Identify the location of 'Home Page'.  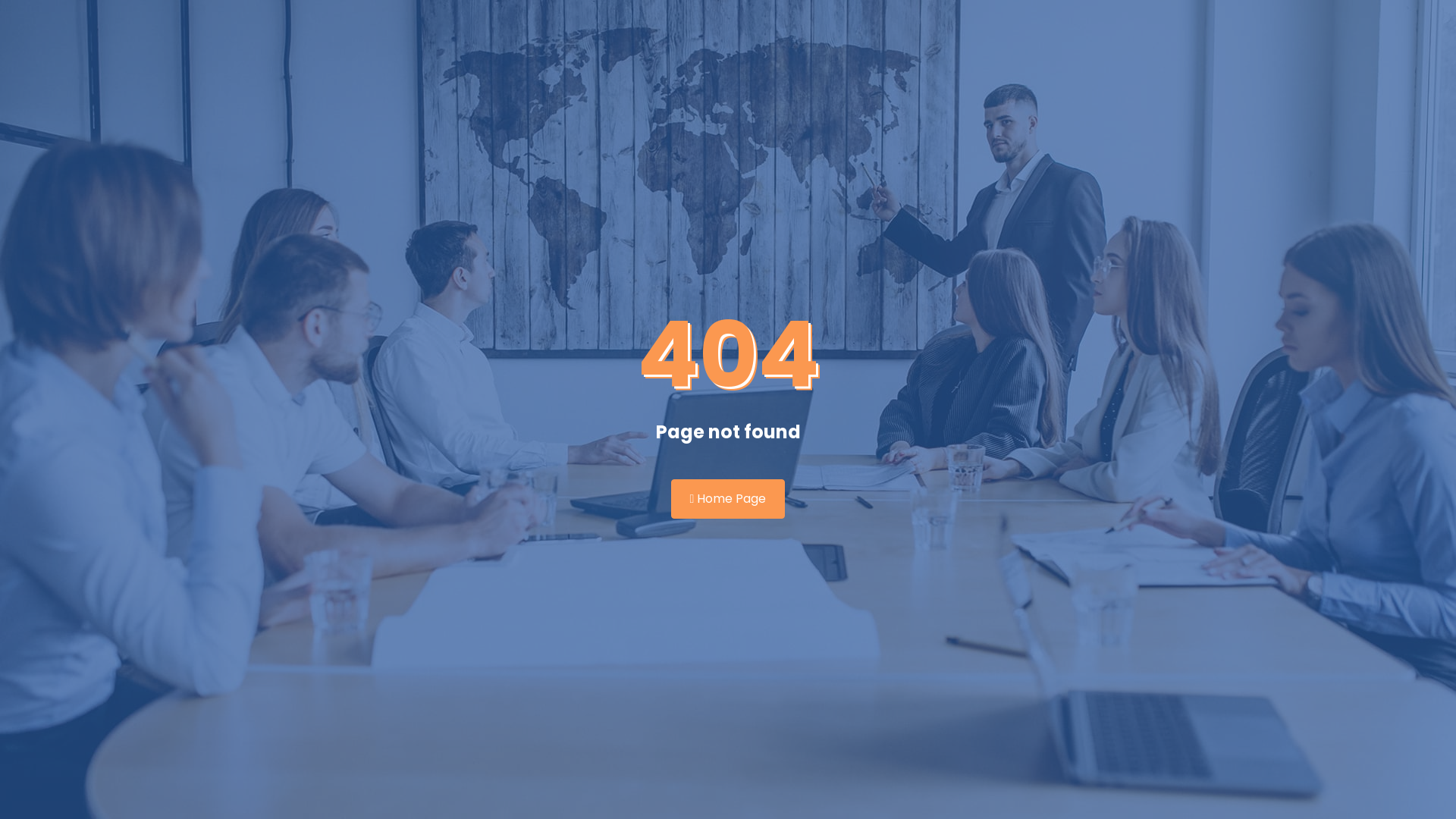
(728, 499).